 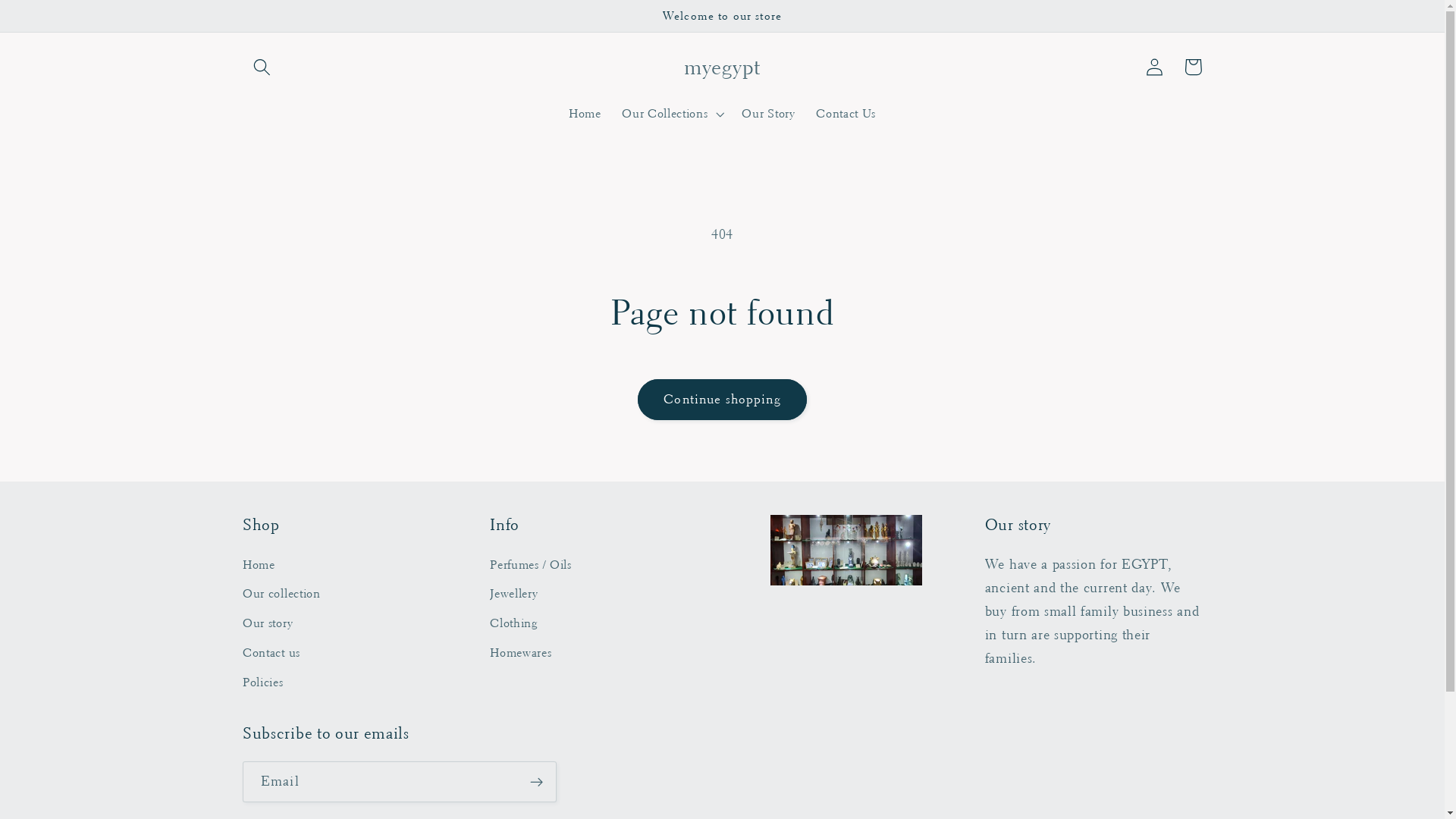 I want to click on 'myegypt', so click(x=720, y=66).